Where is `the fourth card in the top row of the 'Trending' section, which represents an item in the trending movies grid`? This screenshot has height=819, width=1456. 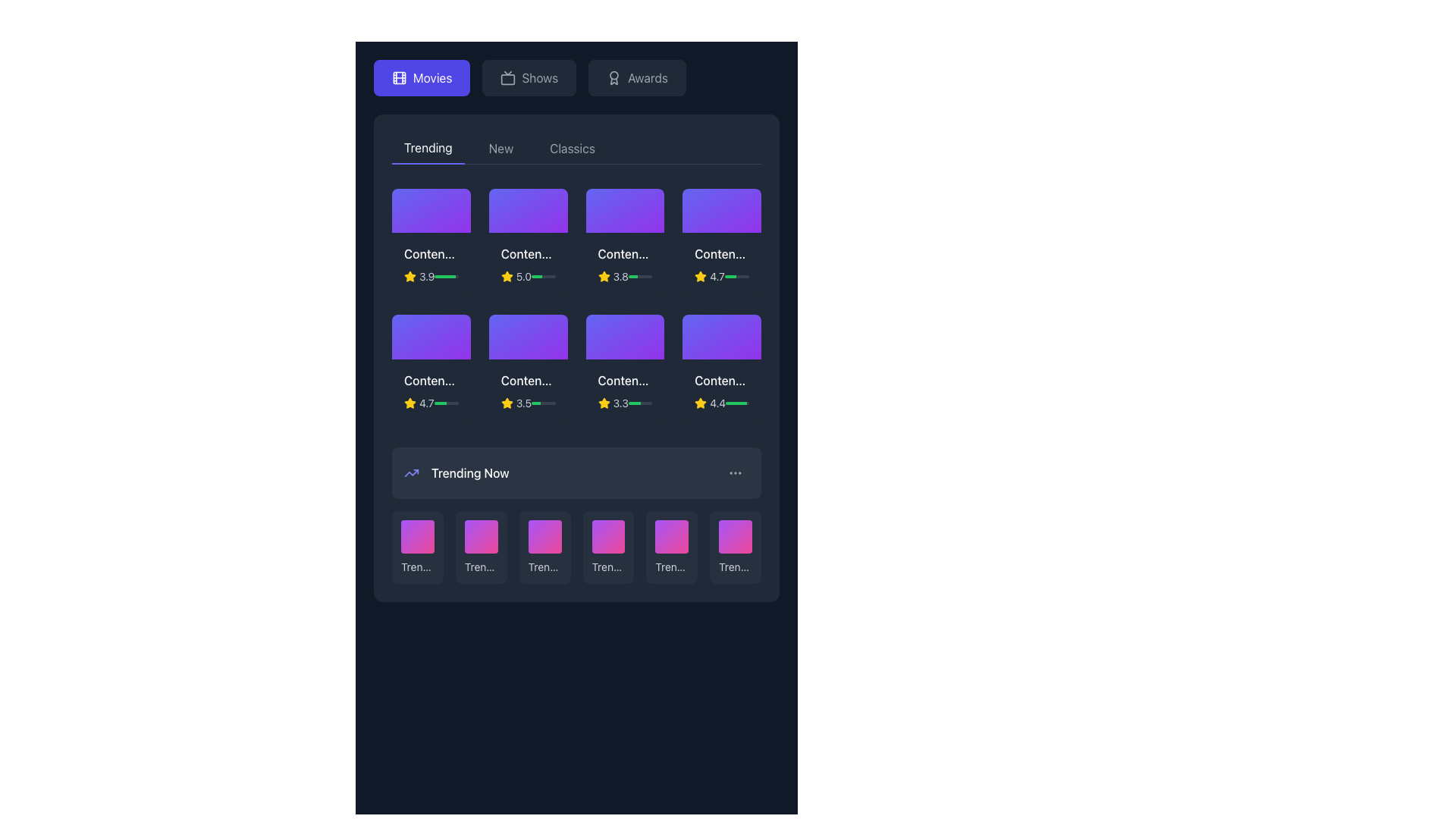 the fourth card in the top row of the 'Trending' section, which represents an item in the trending movies grid is located at coordinates (721, 242).